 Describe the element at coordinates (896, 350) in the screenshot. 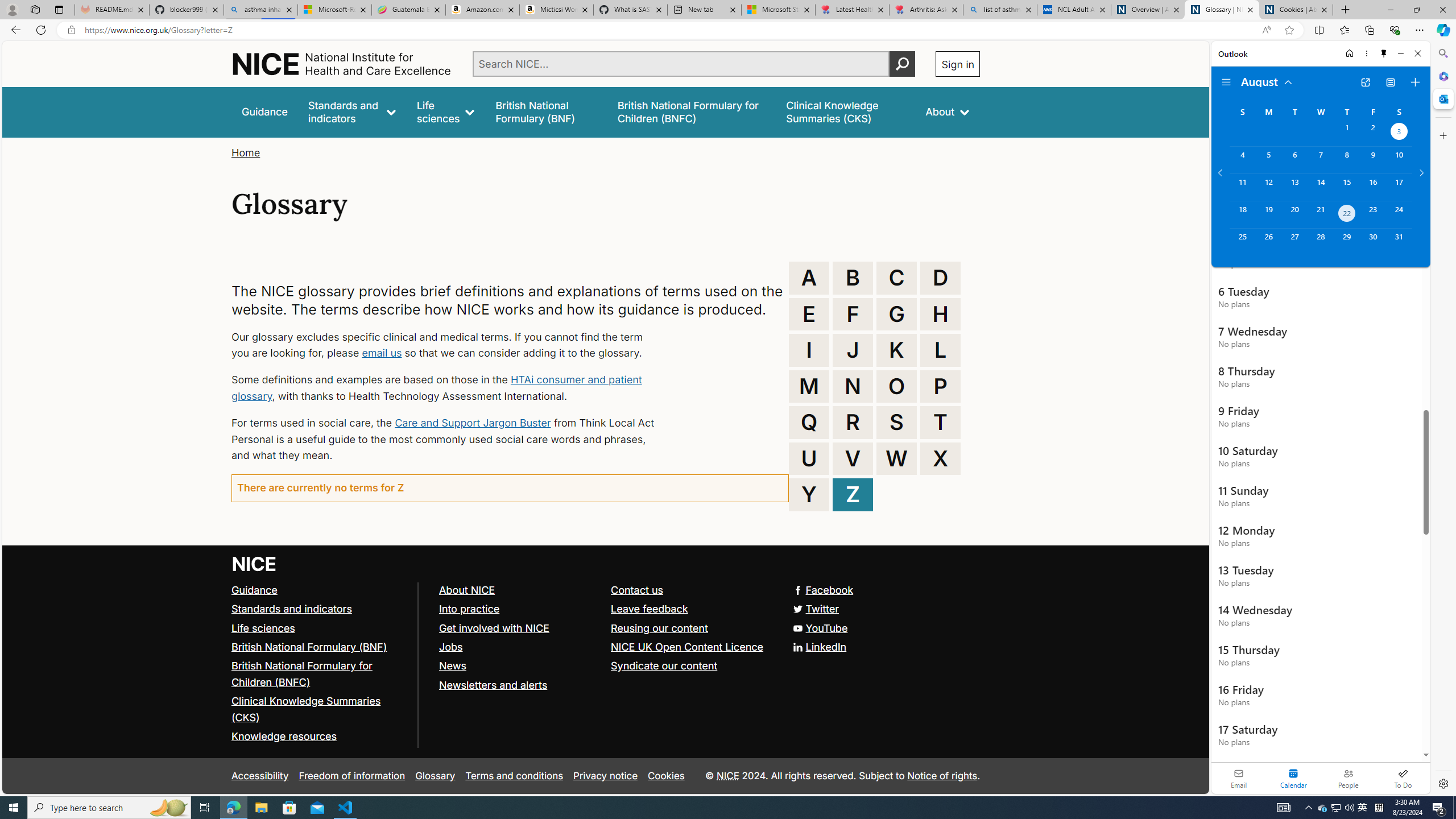

I see `'K'` at that location.